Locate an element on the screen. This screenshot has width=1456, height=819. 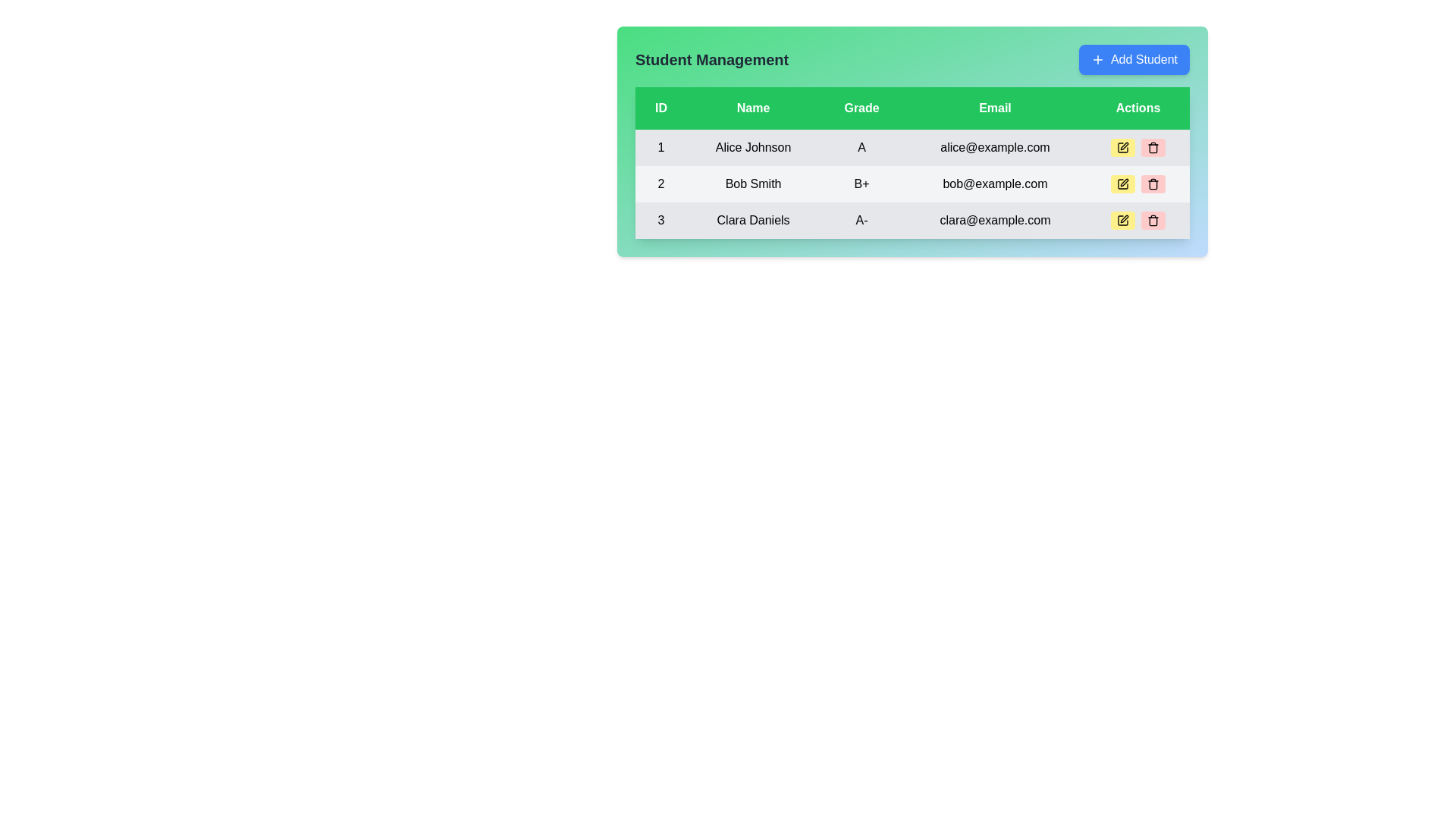
the numeric value '1' presented in bold text, located in the leftmost column of the table, centered within a light gray rectangular cell is located at coordinates (661, 148).